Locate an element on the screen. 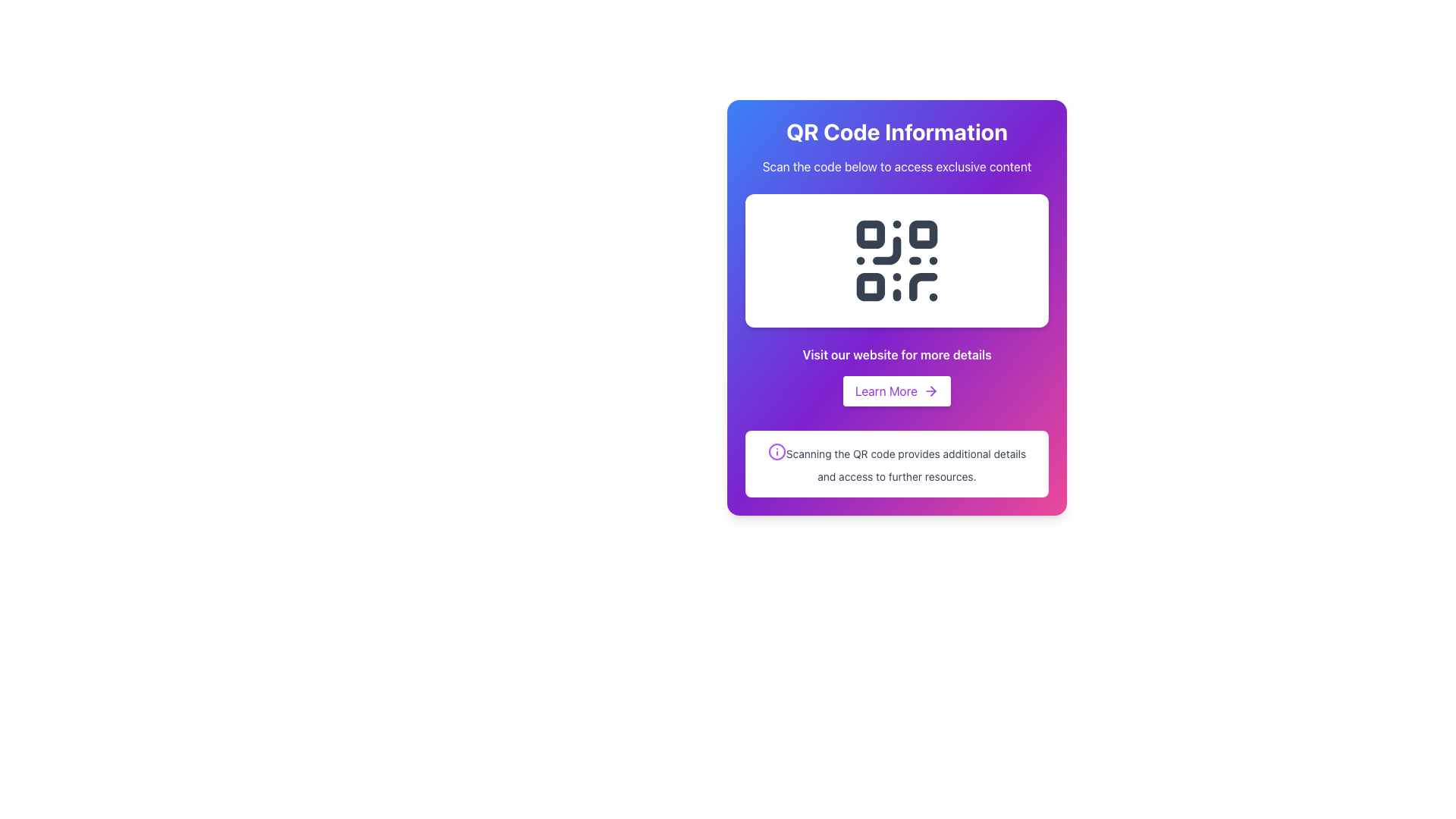 The width and height of the screenshot is (1456, 819). the text block containing 'QR Code Information' and 'Scan the code below is located at coordinates (896, 146).